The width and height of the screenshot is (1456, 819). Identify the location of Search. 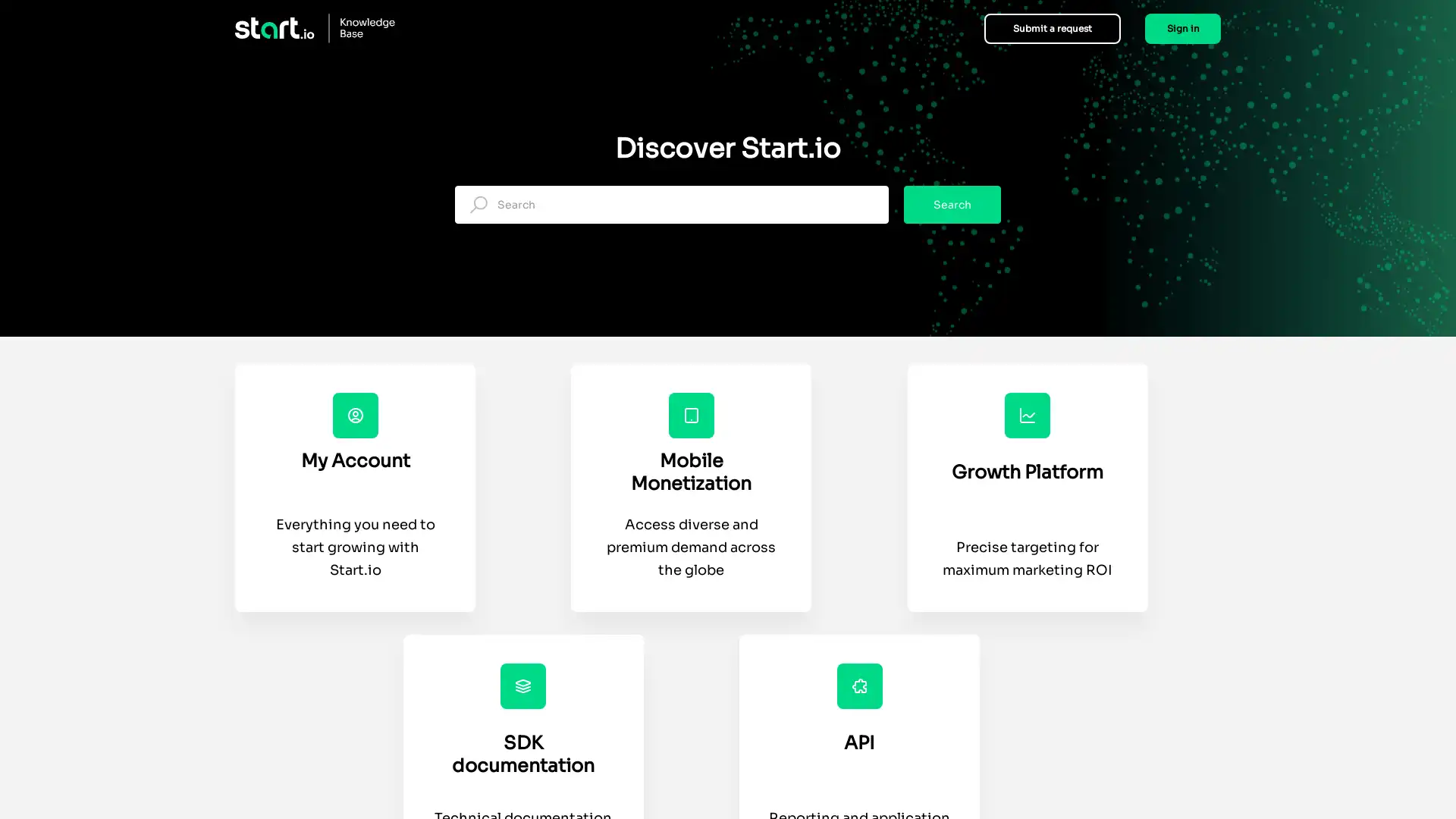
(952, 205).